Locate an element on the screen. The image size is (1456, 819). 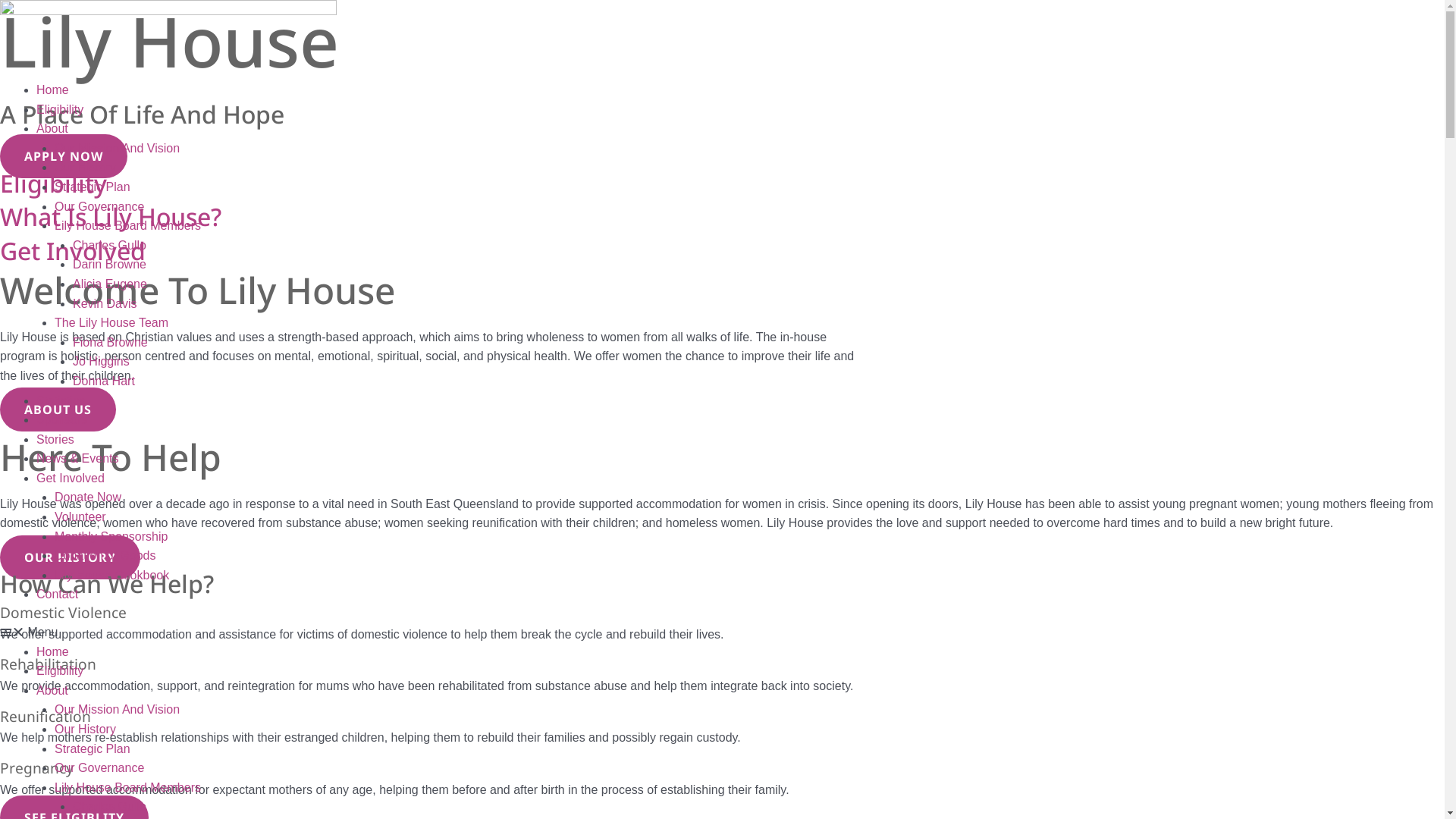
'Our Governance' is located at coordinates (98, 767).